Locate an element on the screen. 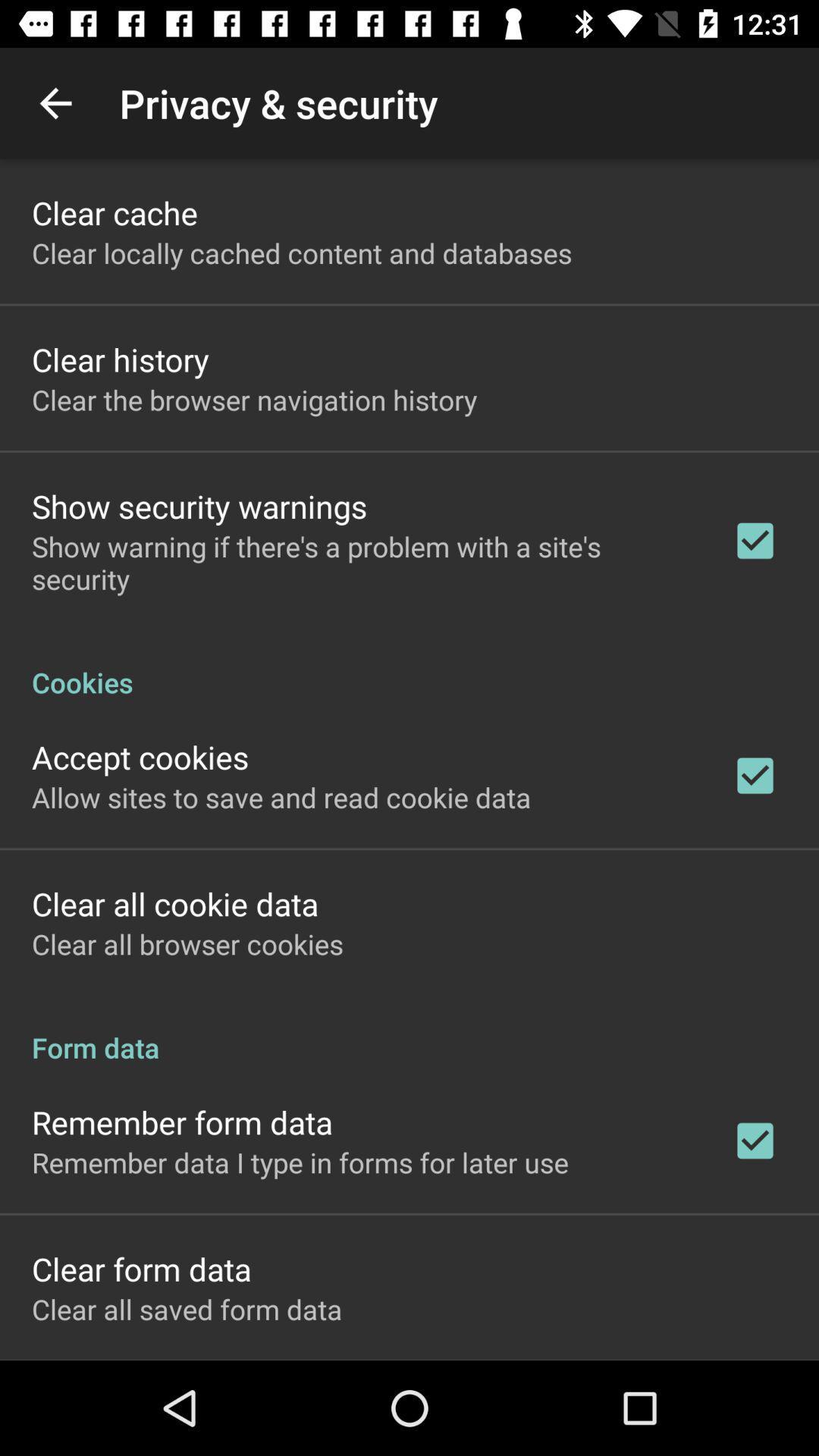  item below the clear cache item is located at coordinates (302, 253).